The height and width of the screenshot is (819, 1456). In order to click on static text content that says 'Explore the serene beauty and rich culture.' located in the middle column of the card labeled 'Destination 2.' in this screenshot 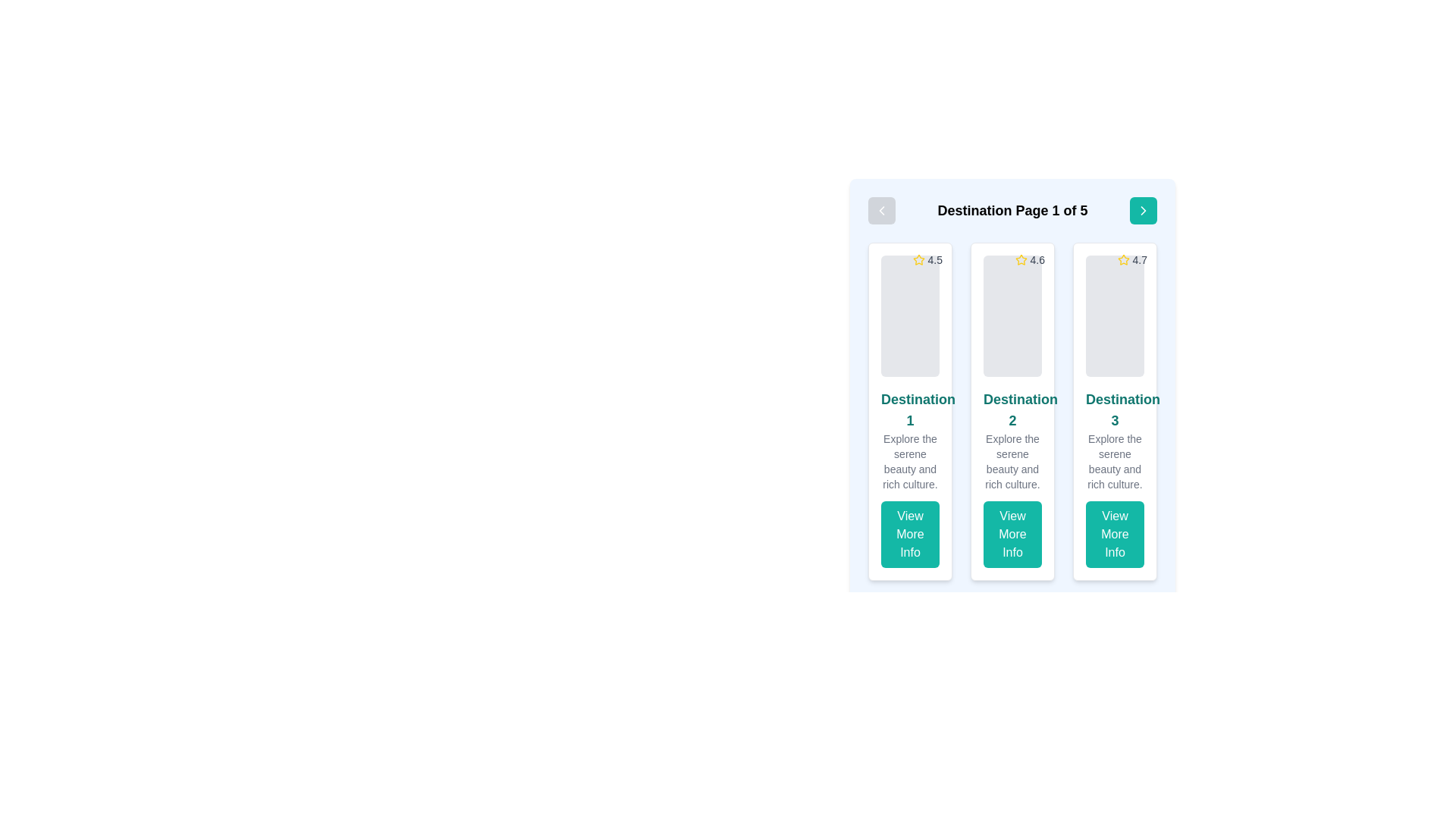, I will do `click(1012, 461)`.